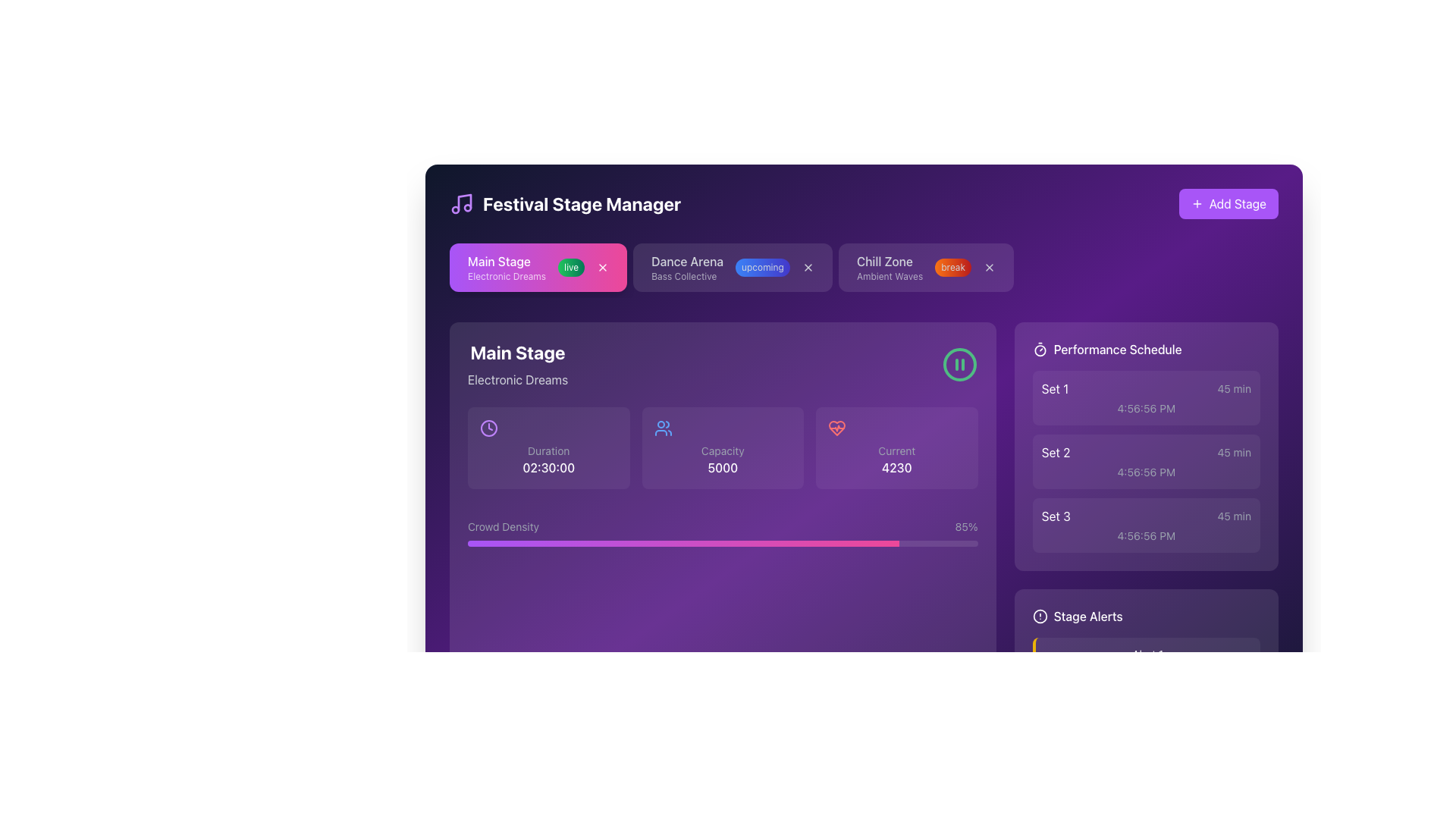  Describe the element at coordinates (990, 267) in the screenshot. I see `the dismissal button in the 'Chill Zone' card, located to the right of the label 'break' and adjacent to 'Ambient Waves', to change its color` at that location.